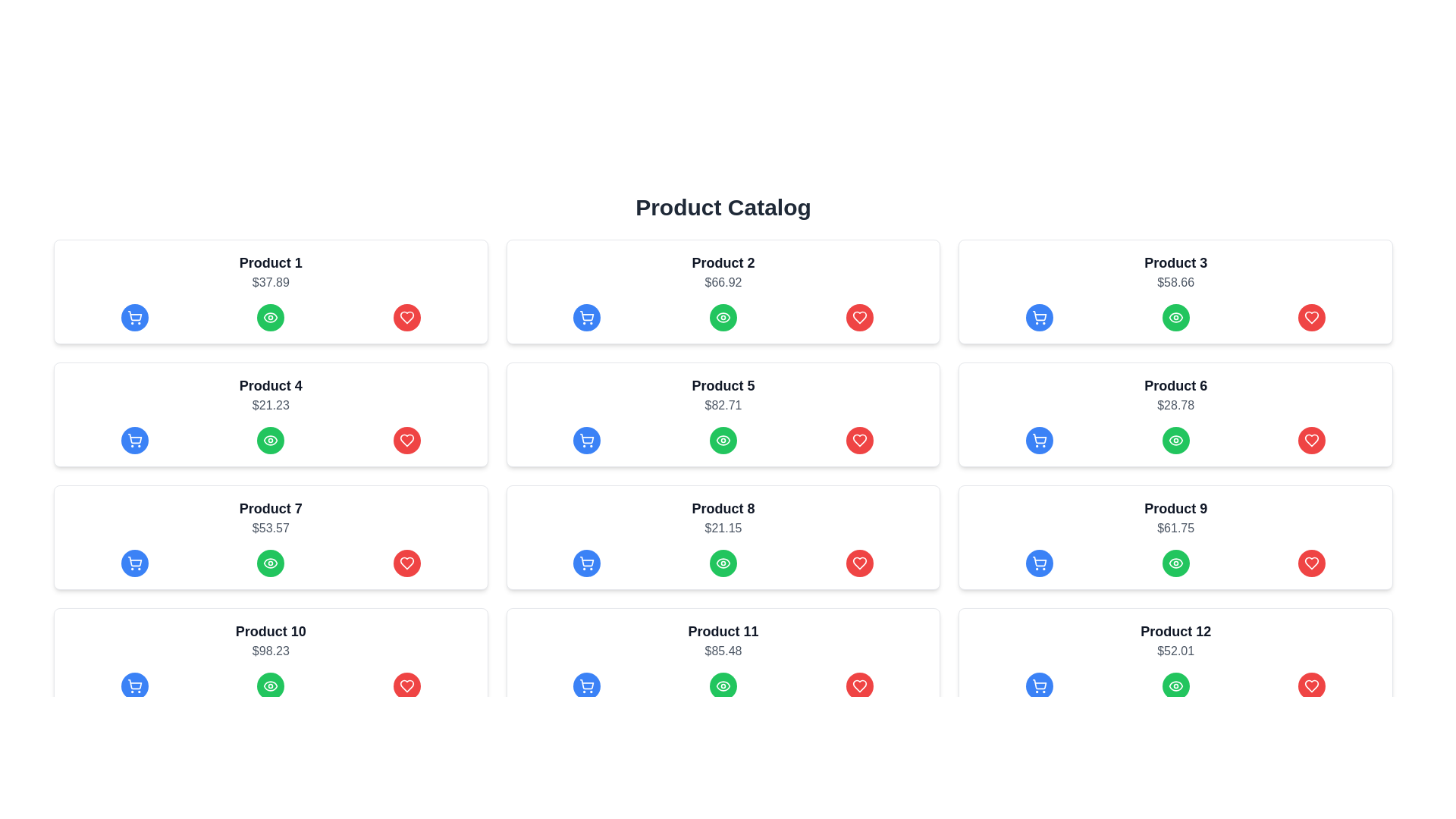 The image size is (1456, 819). I want to click on the text label indicating the price of 'Product 1', which is located directly below the product name and above a row of buttons, so click(271, 283).